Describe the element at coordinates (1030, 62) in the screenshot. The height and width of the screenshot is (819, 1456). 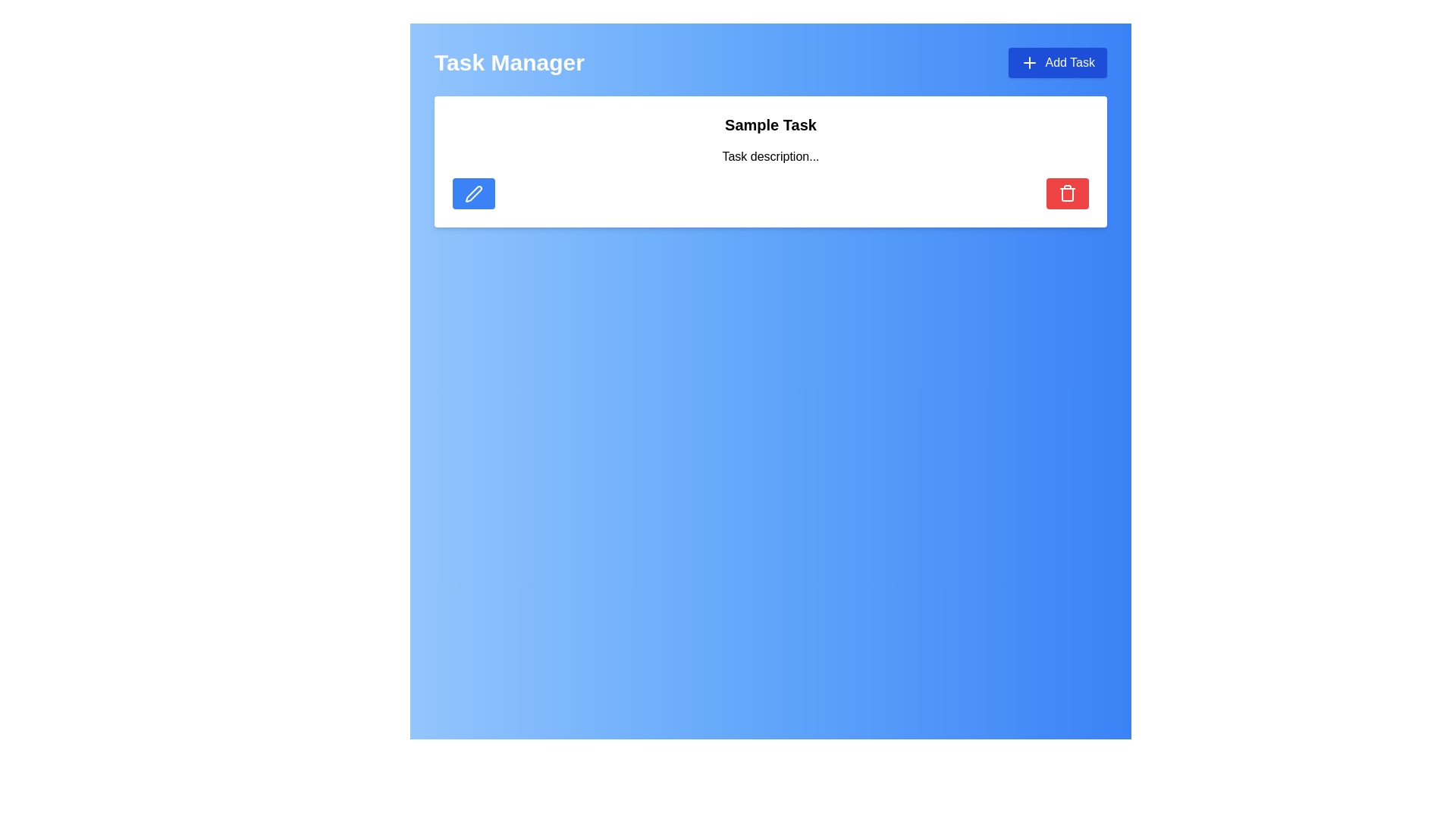
I see `the 'Add Task' button which contains the plus icon` at that location.